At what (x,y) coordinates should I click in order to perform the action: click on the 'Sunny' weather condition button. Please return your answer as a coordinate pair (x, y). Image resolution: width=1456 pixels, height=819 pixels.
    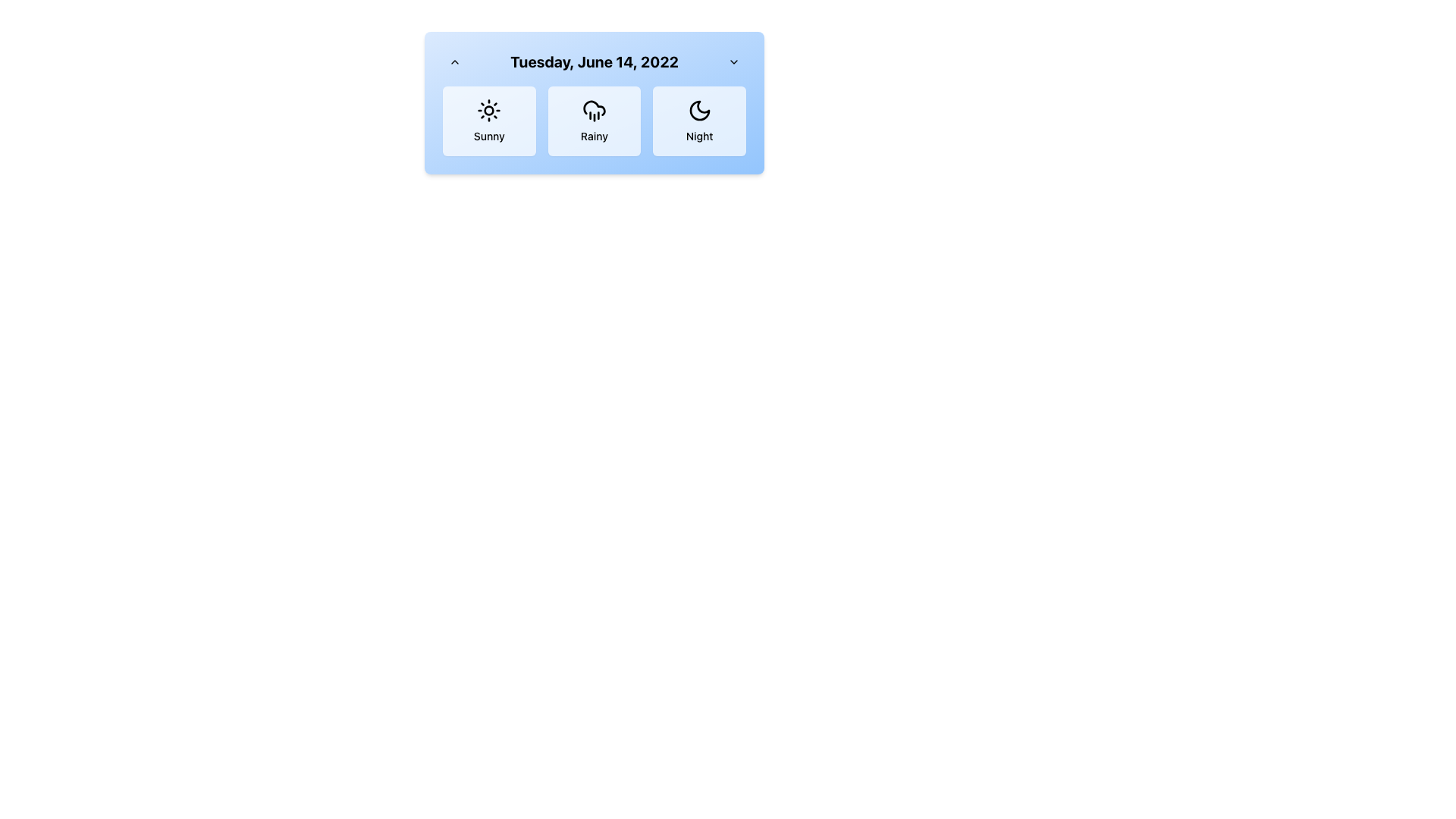
    Looking at the image, I should click on (489, 120).